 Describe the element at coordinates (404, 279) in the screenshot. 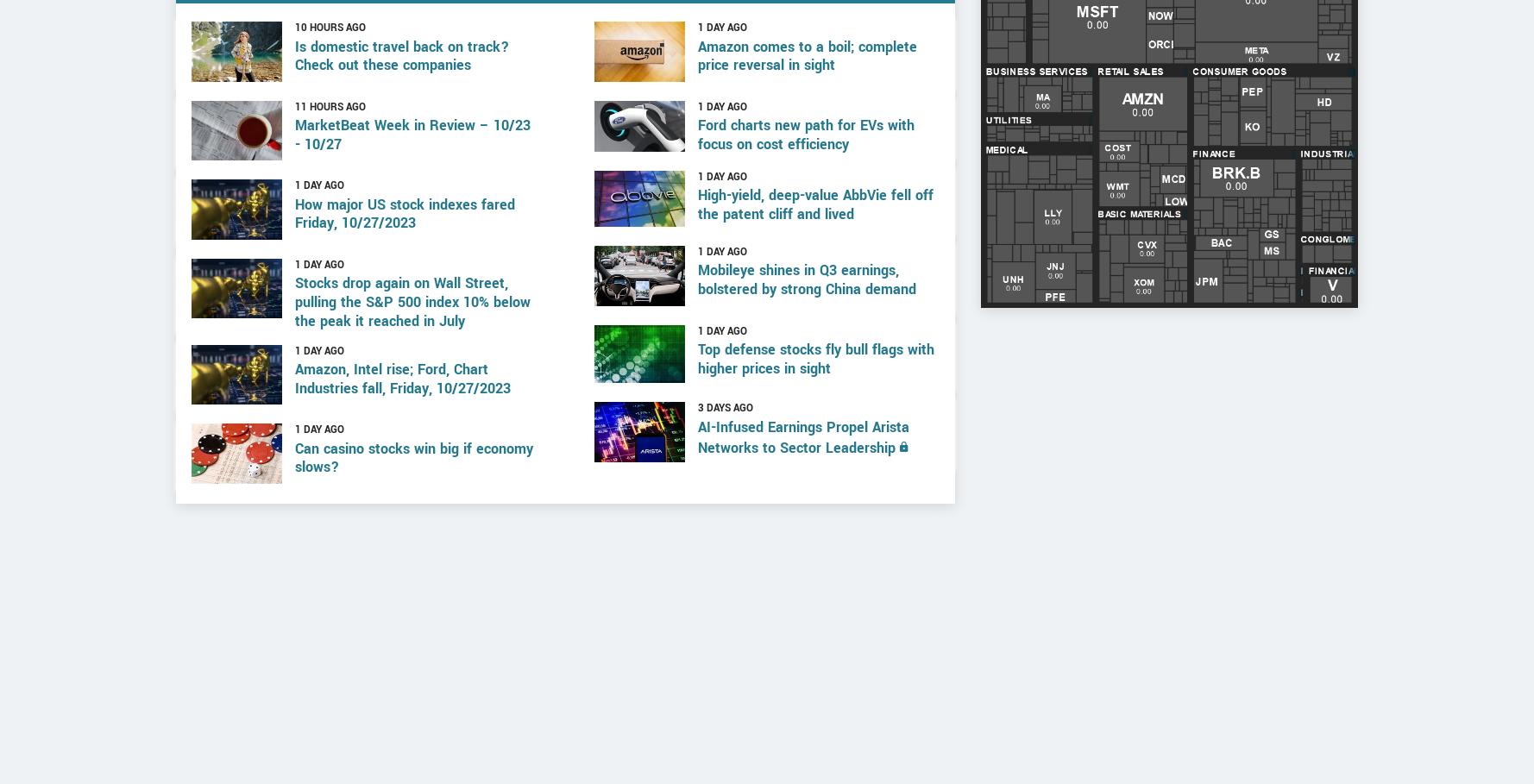

I see `'How major US stock indexes fared Friday, 10/27/2023'` at that location.